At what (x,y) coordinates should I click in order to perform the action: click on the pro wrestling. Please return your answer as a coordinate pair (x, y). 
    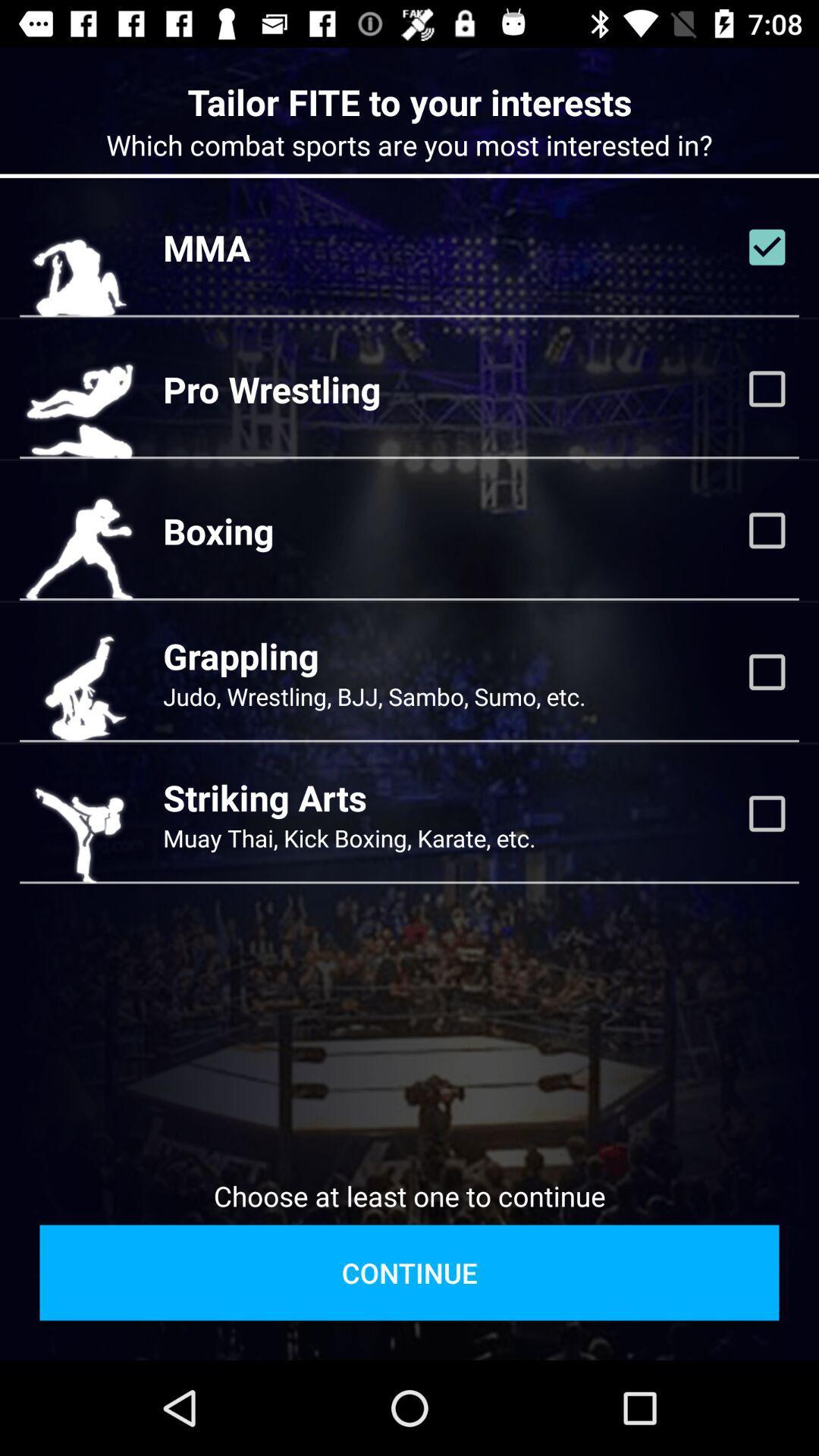
    Looking at the image, I should click on (271, 389).